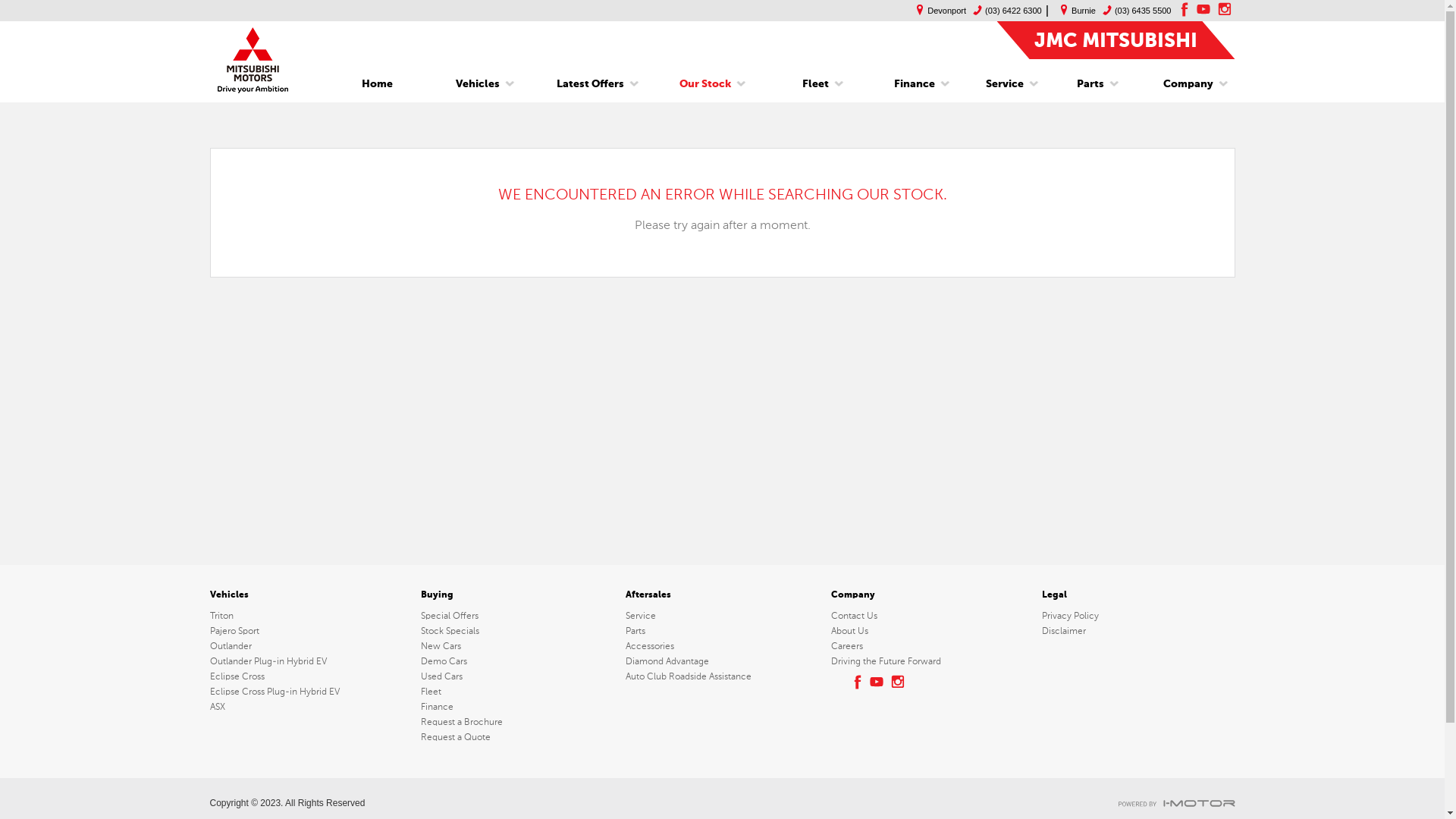 This screenshot has height=819, width=1456. What do you see at coordinates (927, 660) in the screenshot?
I see `'Driving the Future Forward'` at bounding box center [927, 660].